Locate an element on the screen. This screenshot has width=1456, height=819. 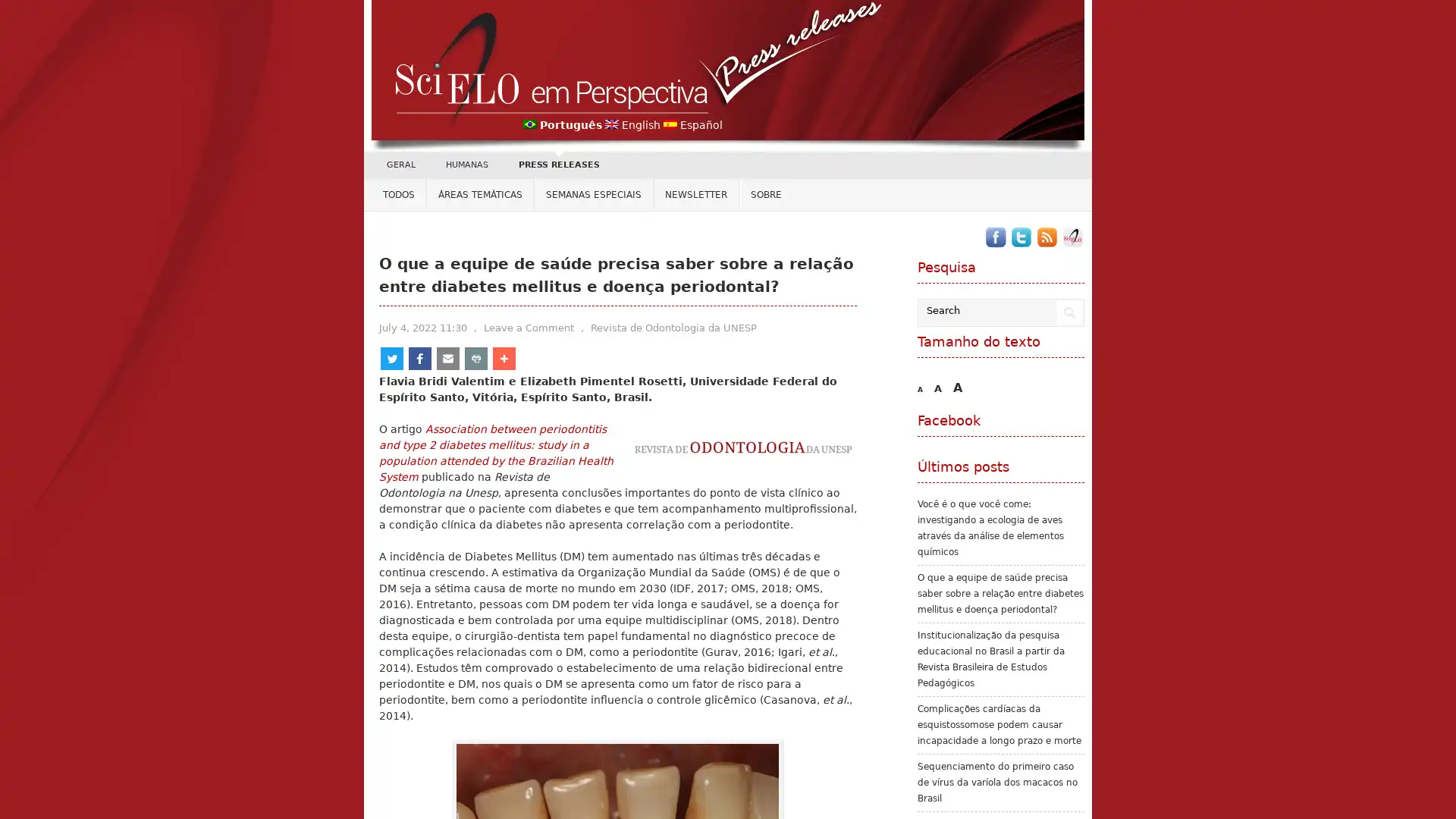
Share to Print Print is located at coordinates (623, 359).